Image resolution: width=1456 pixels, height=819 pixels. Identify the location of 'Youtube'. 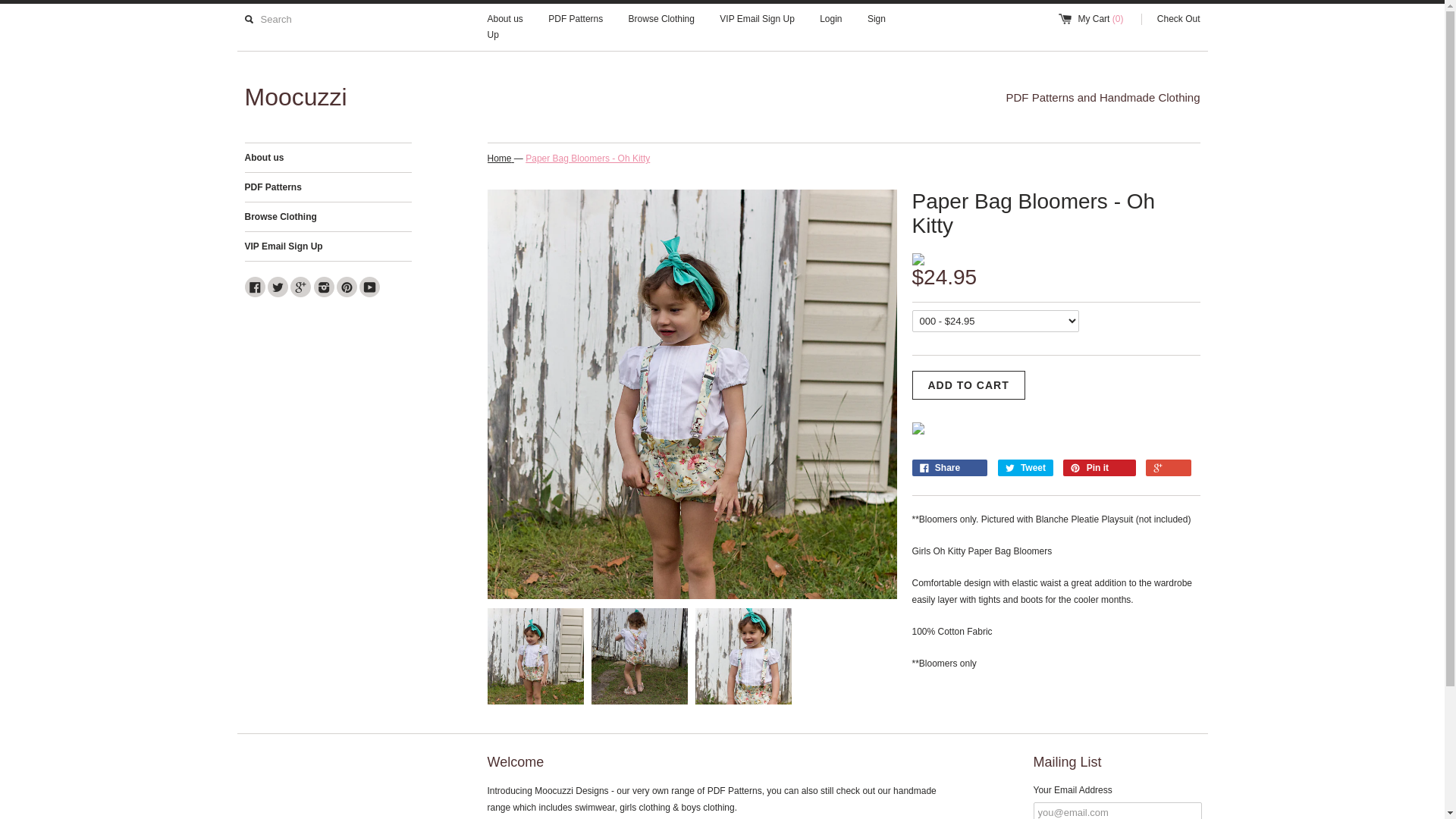
(369, 287).